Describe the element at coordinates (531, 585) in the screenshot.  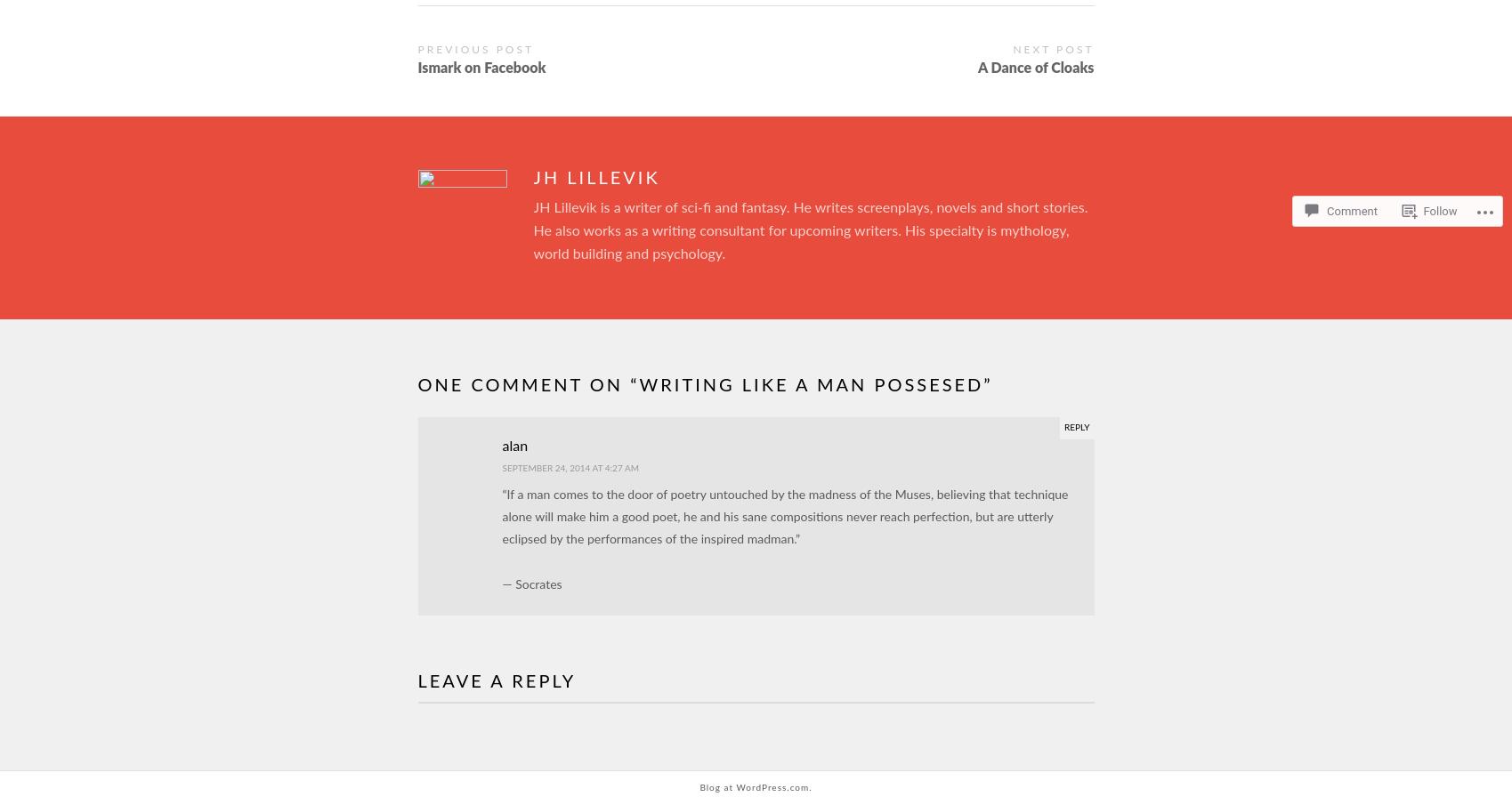
I see `'― Socrates'` at that location.